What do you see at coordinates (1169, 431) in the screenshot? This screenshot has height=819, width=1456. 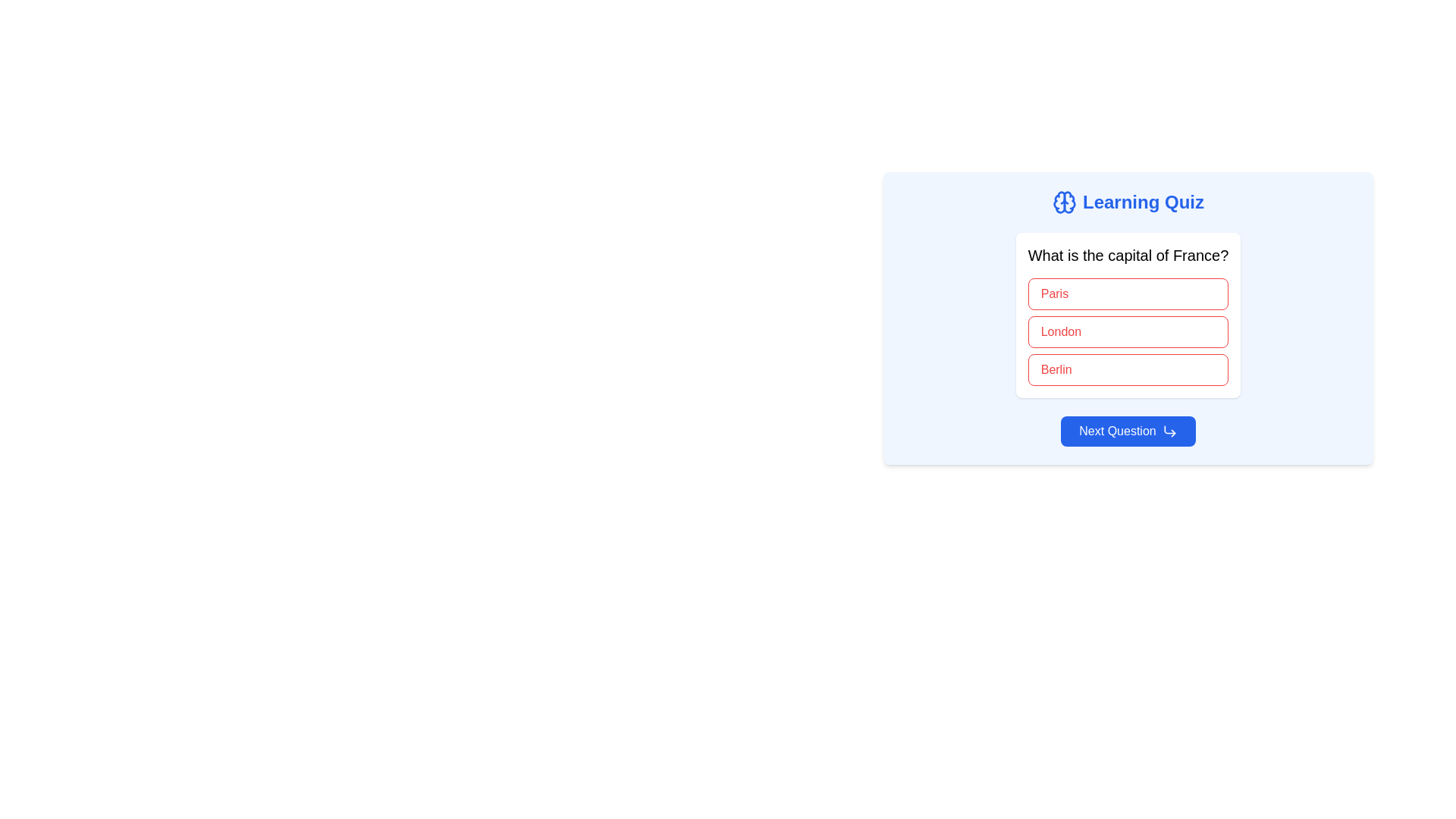 I see `the graphical icon inside the 'Next Question' button` at bounding box center [1169, 431].